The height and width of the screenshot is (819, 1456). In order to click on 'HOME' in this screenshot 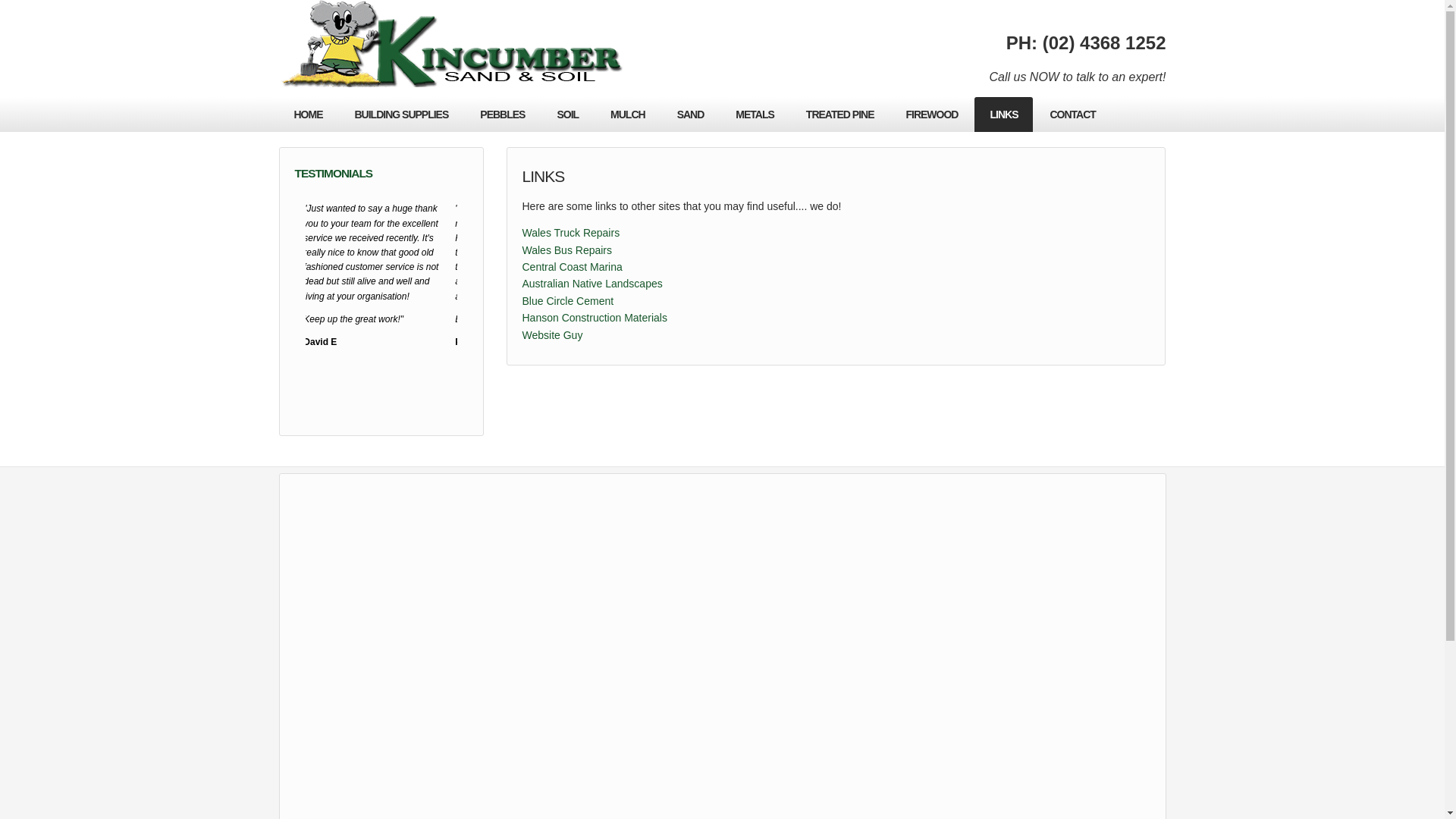, I will do `click(308, 113)`.